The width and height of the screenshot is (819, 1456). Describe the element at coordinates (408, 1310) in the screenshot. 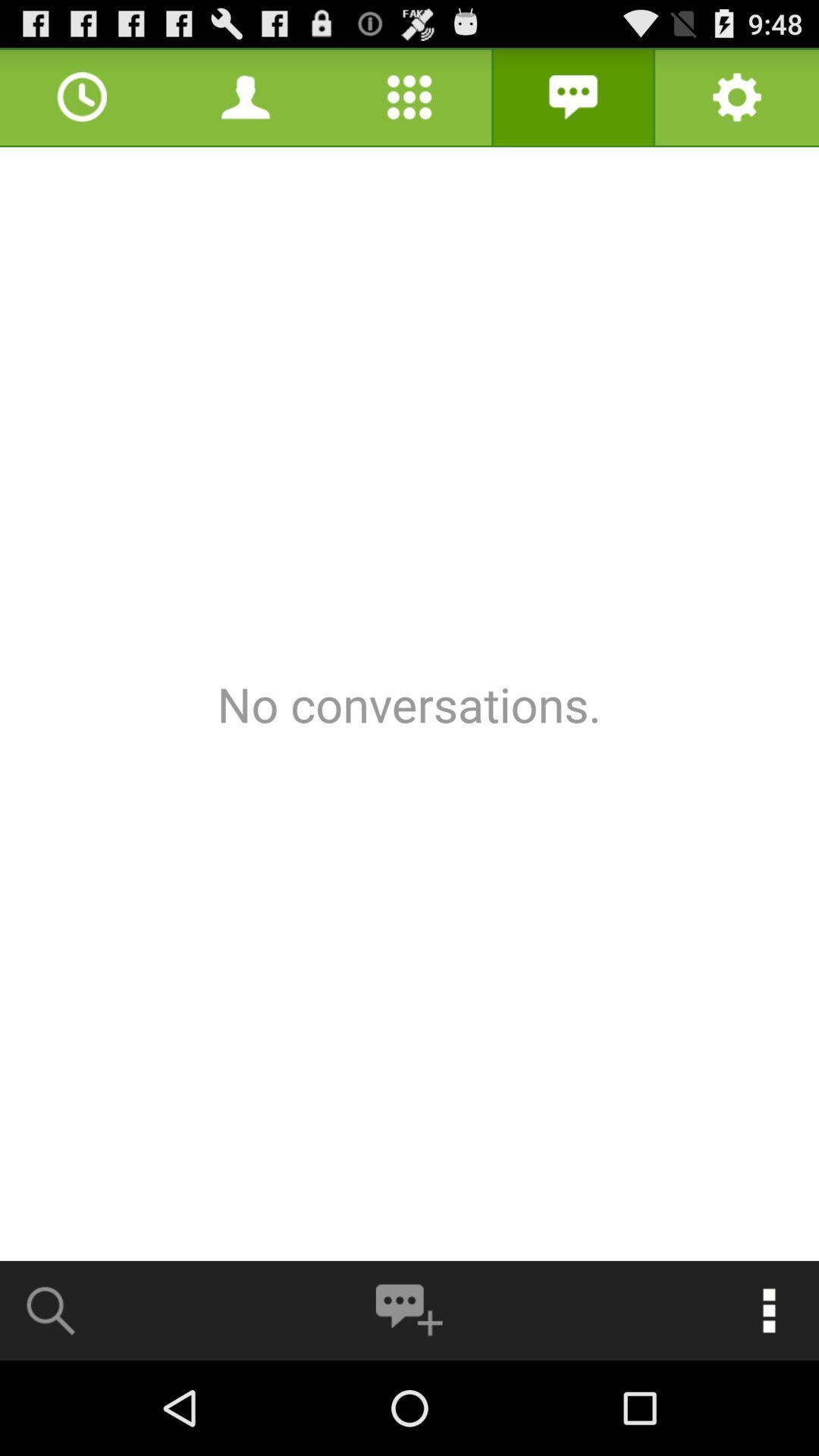

I see `start new conversation` at that location.